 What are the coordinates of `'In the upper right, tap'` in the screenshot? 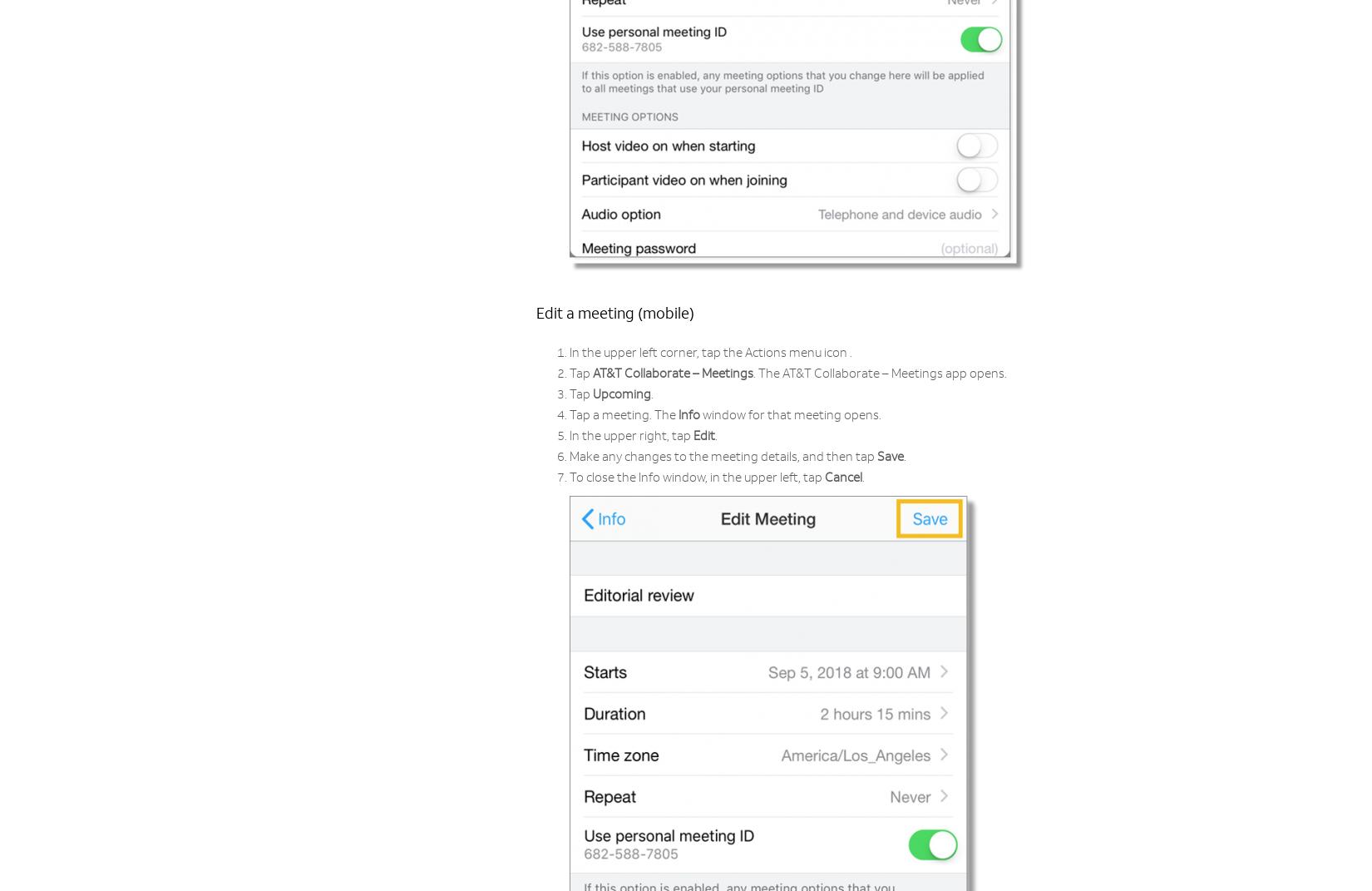 It's located at (630, 436).